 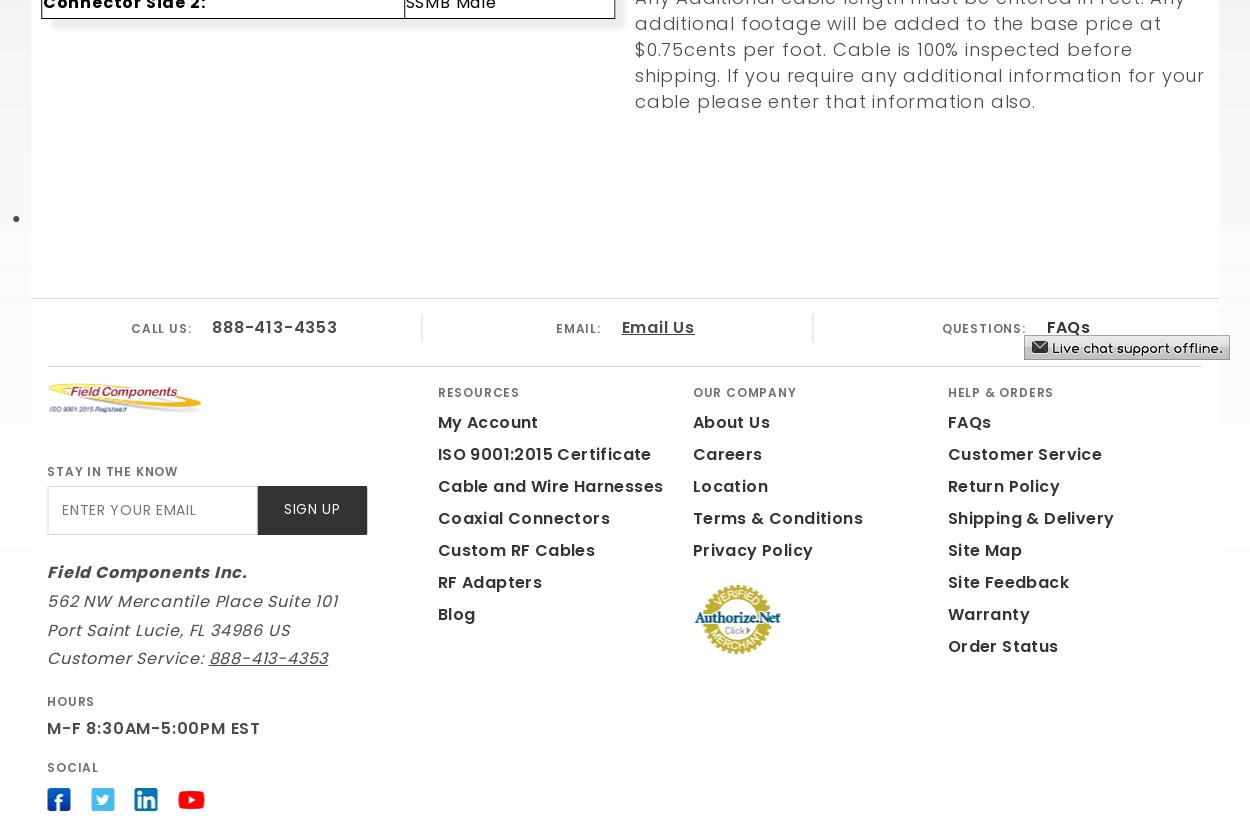 I want to click on 'Privacy Policy', so click(x=752, y=548).